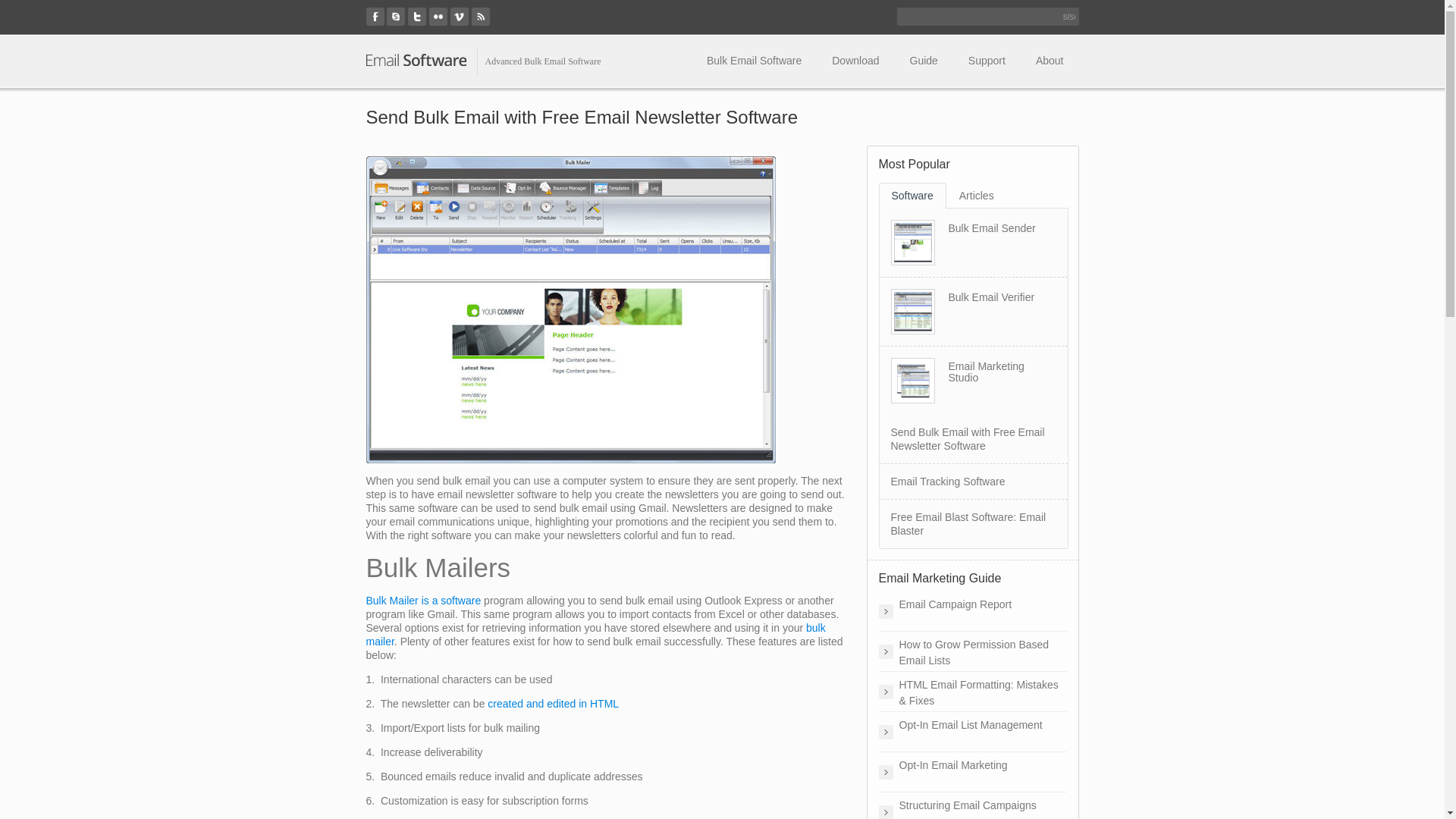 This screenshot has width=1456, height=819. Describe the element at coordinates (458, 17) in the screenshot. I see `'Vimeo'` at that location.